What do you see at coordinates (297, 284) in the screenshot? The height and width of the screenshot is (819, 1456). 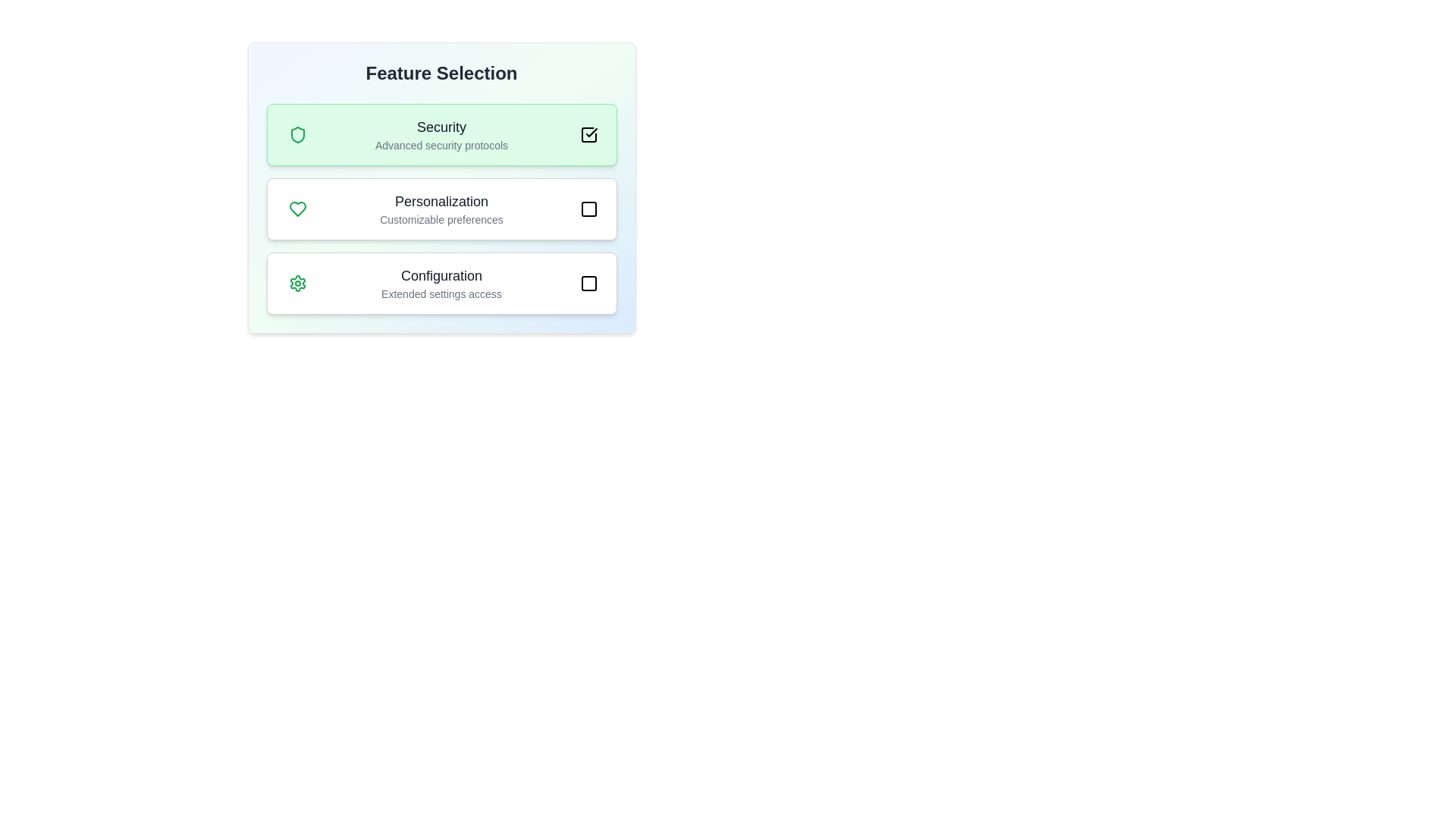 I see `the decorative 'Configuration' icon located in the third row of the 'Feature Selection' section, aligned to the left of the text` at bounding box center [297, 284].